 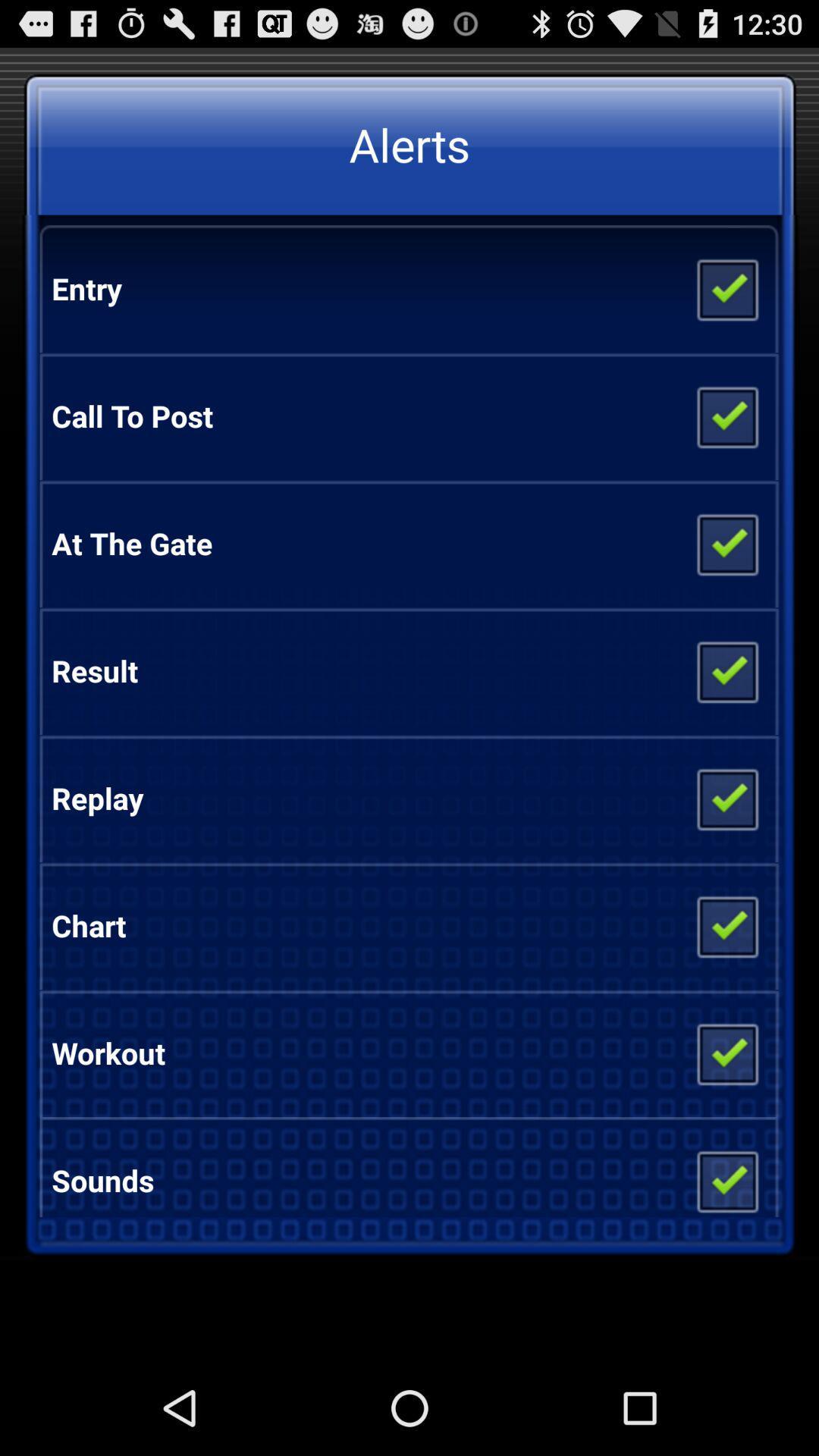 What do you see at coordinates (726, 543) in the screenshot?
I see `the item next to the at the gate icon` at bounding box center [726, 543].